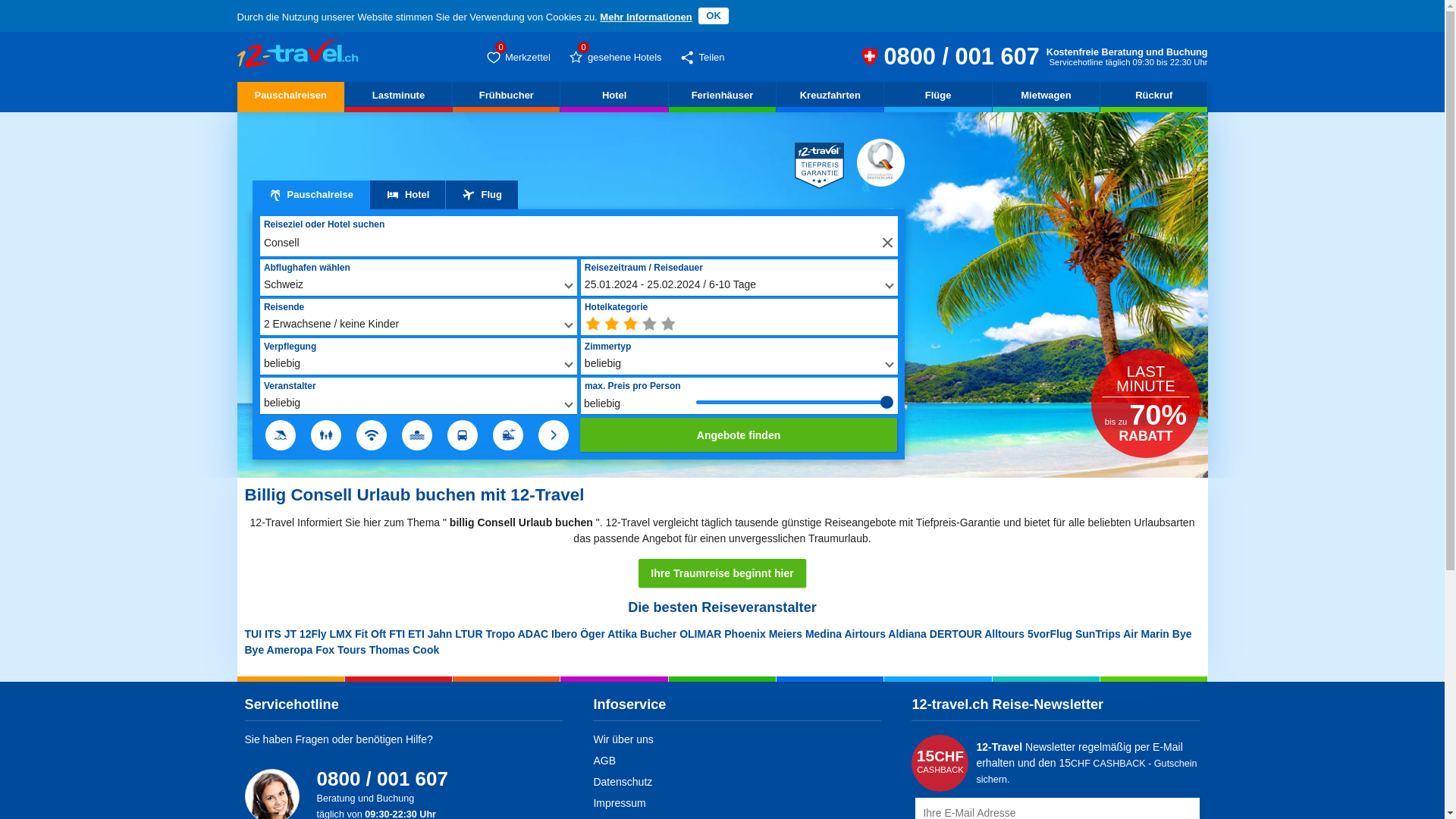 This screenshot has width=1456, height=819. Describe the element at coordinates (1098, 634) in the screenshot. I see `'SunTrips'` at that location.